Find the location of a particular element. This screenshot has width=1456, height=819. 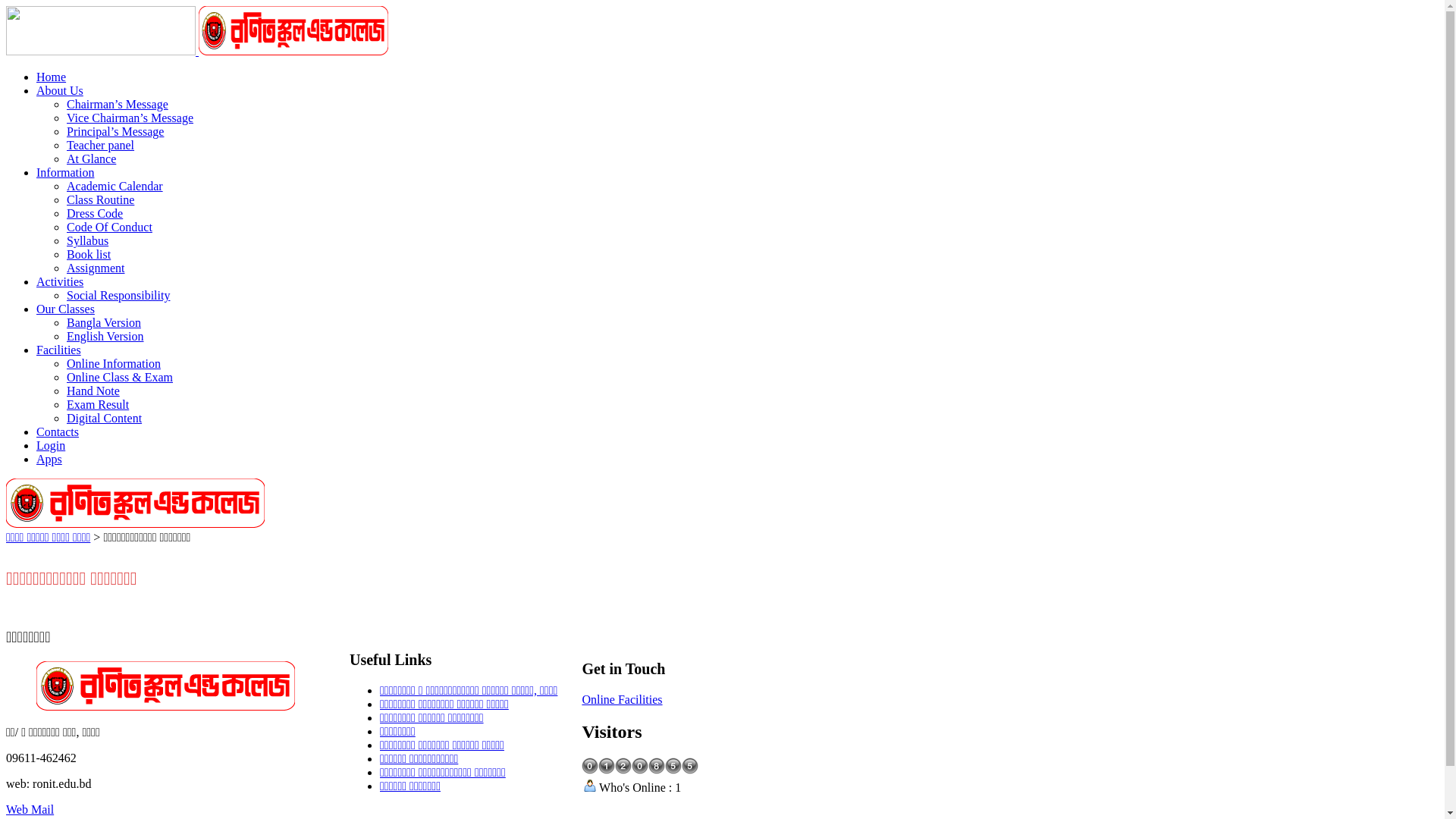

'Dress Code' is located at coordinates (93, 213).